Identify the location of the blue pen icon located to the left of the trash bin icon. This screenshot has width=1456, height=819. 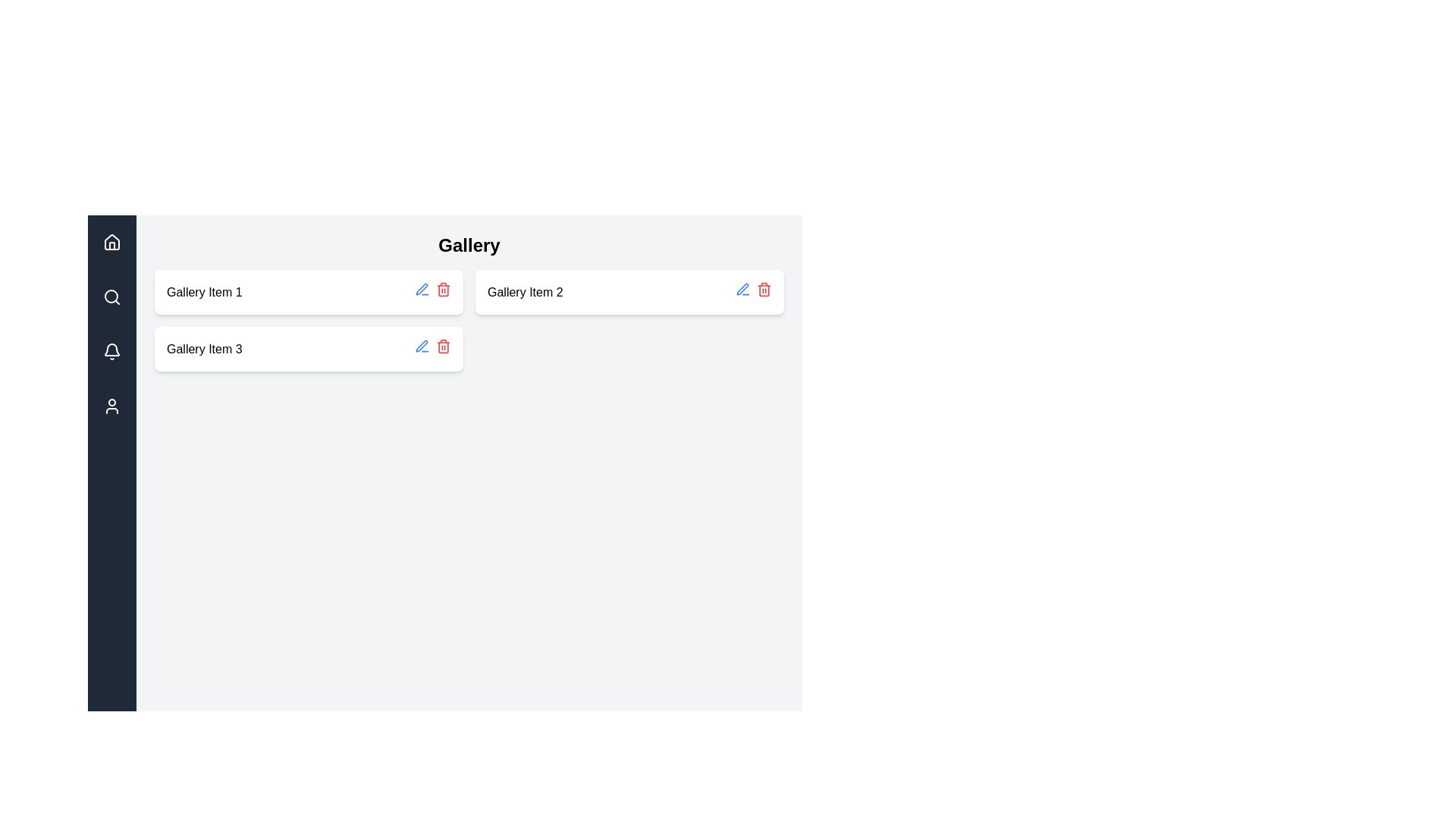
(422, 289).